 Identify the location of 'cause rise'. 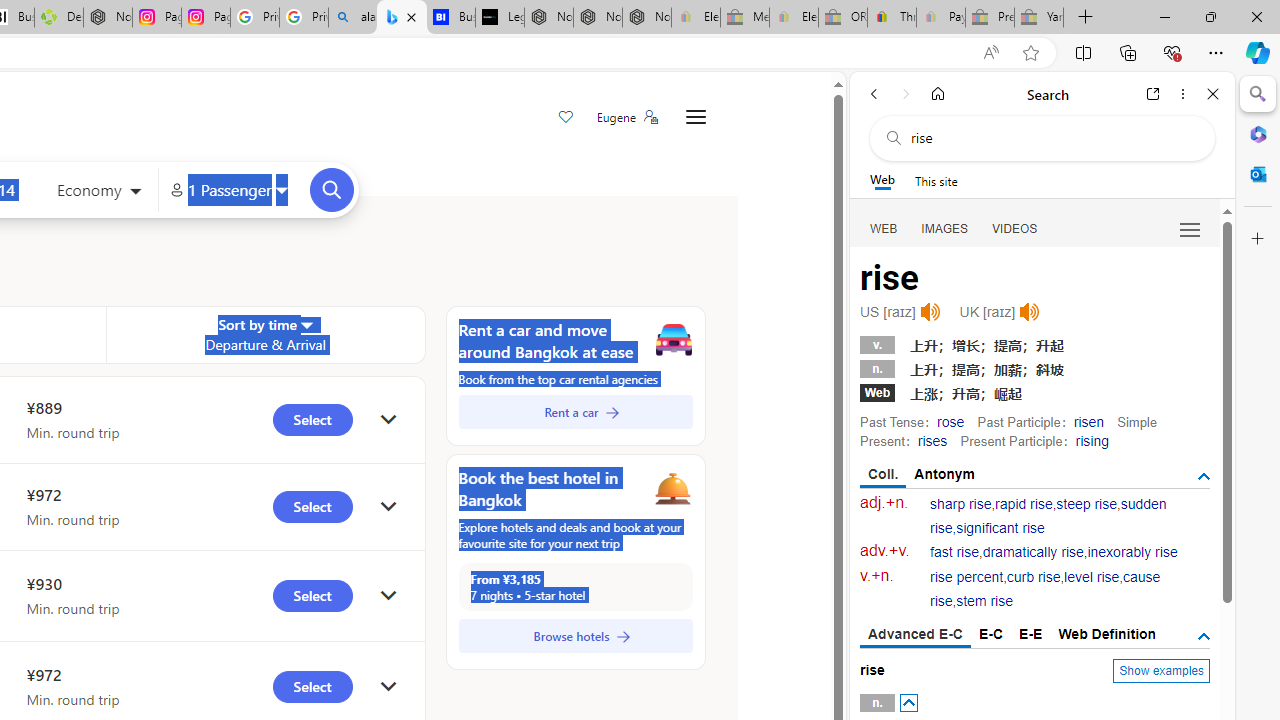
(1044, 588).